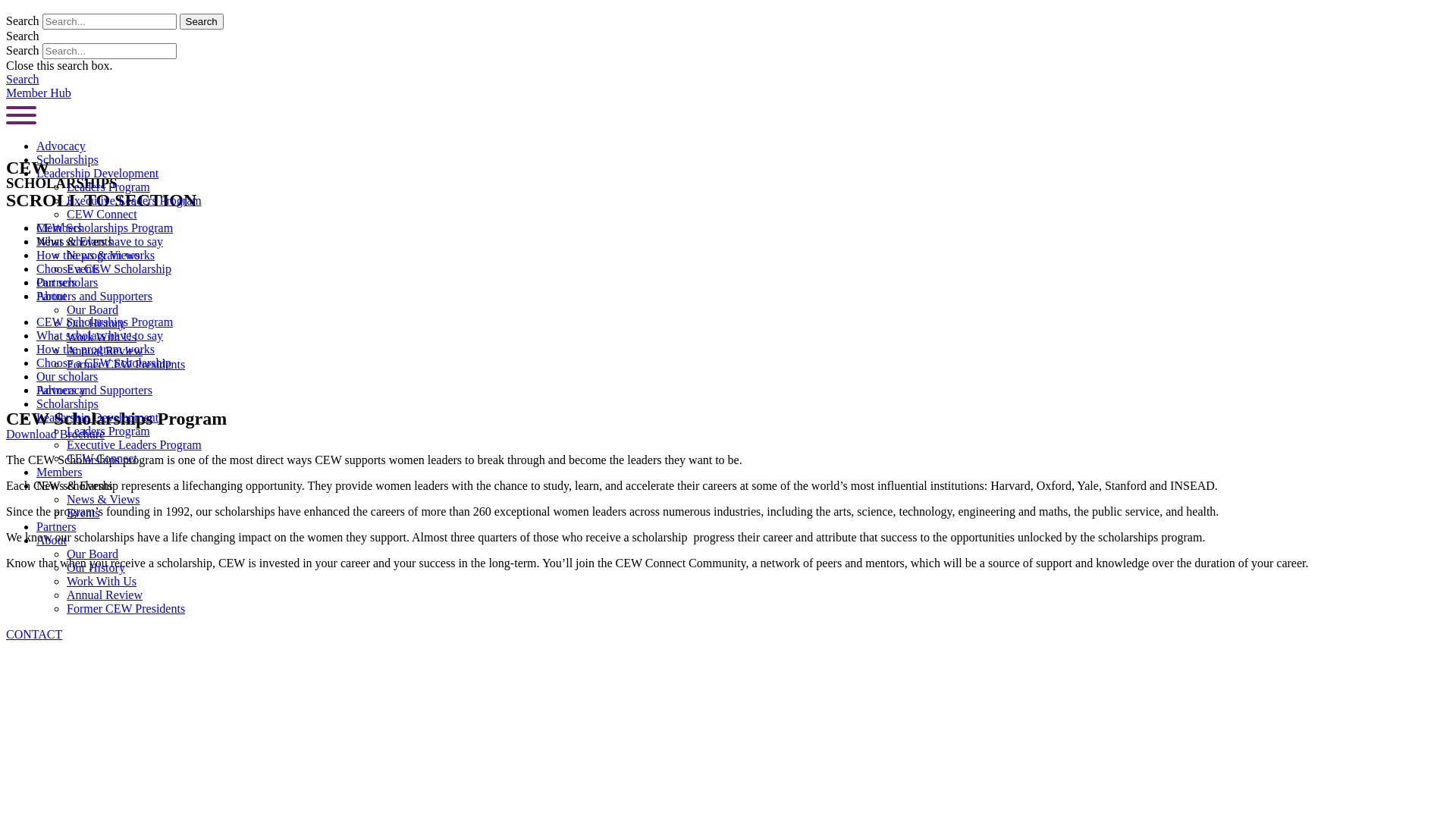 This screenshot has height=819, width=1456. Describe the element at coordinates (103, 362) in the screenshot. I see `'Choose a CEW Scholarship'` at that location.